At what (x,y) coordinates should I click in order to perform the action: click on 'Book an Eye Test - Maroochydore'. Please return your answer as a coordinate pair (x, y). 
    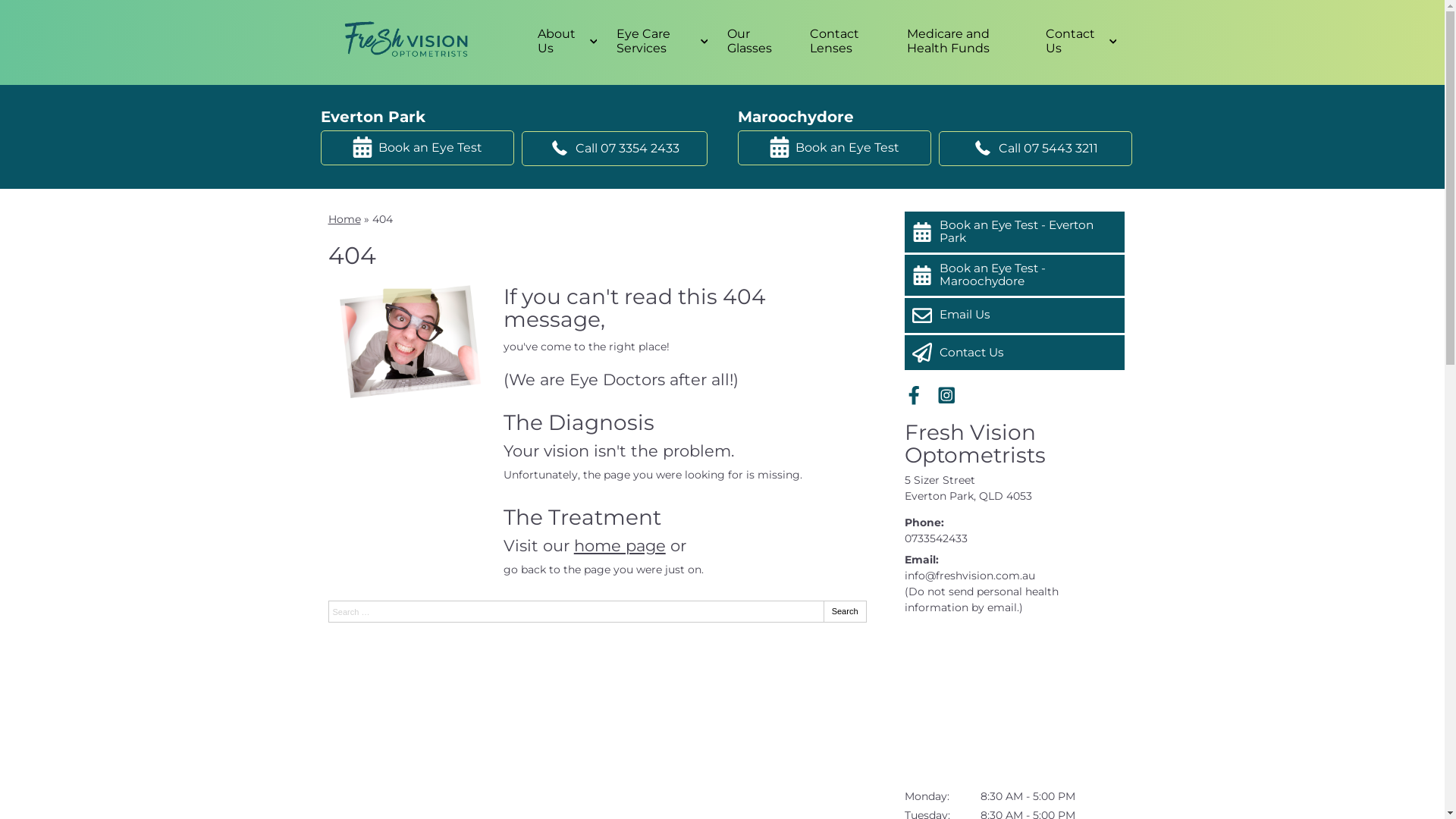
    Looking at the image, I should click on (1014, 275).